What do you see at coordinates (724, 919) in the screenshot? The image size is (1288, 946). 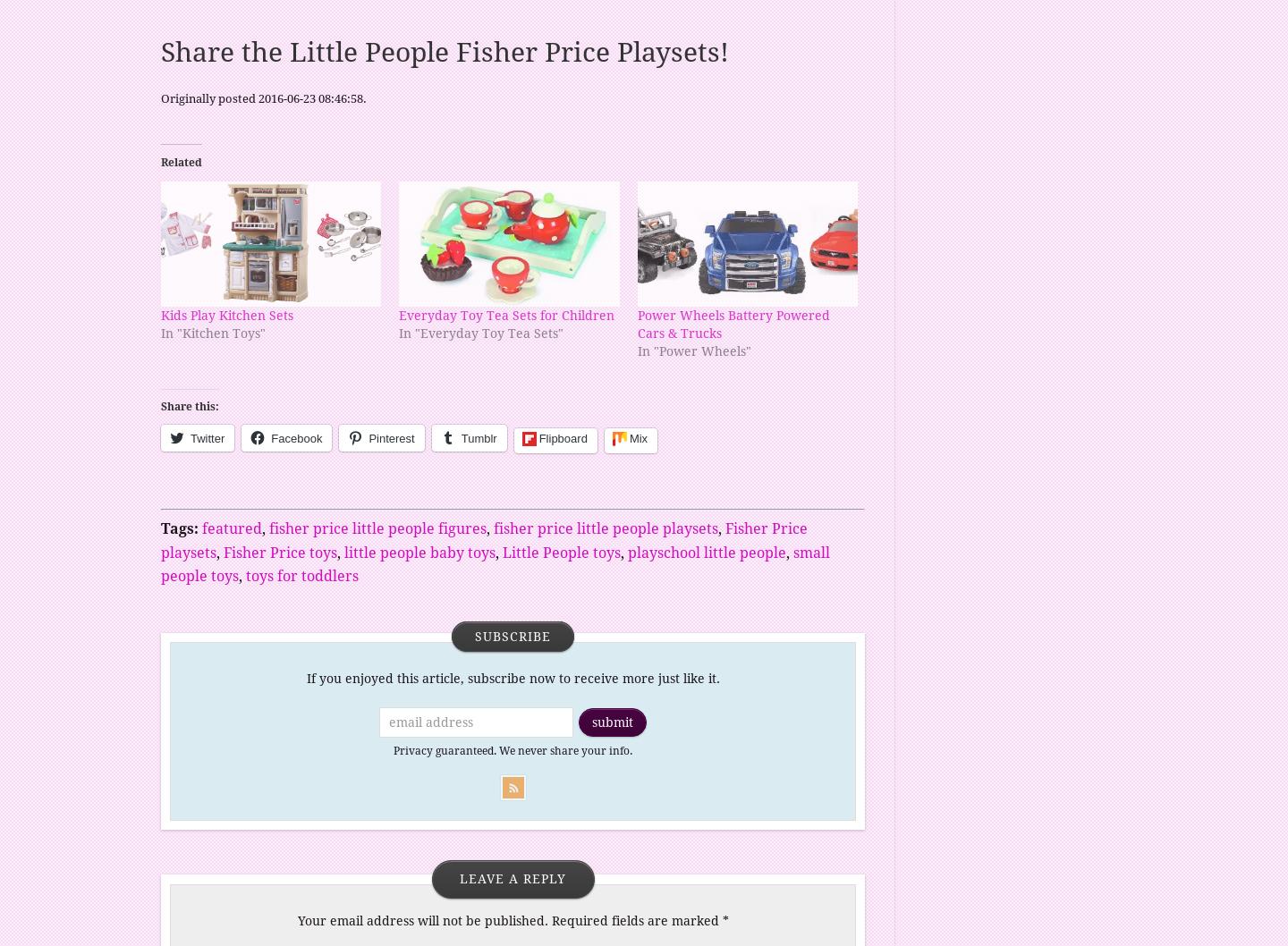 I see `'*'` at bounding box center [724, 919].